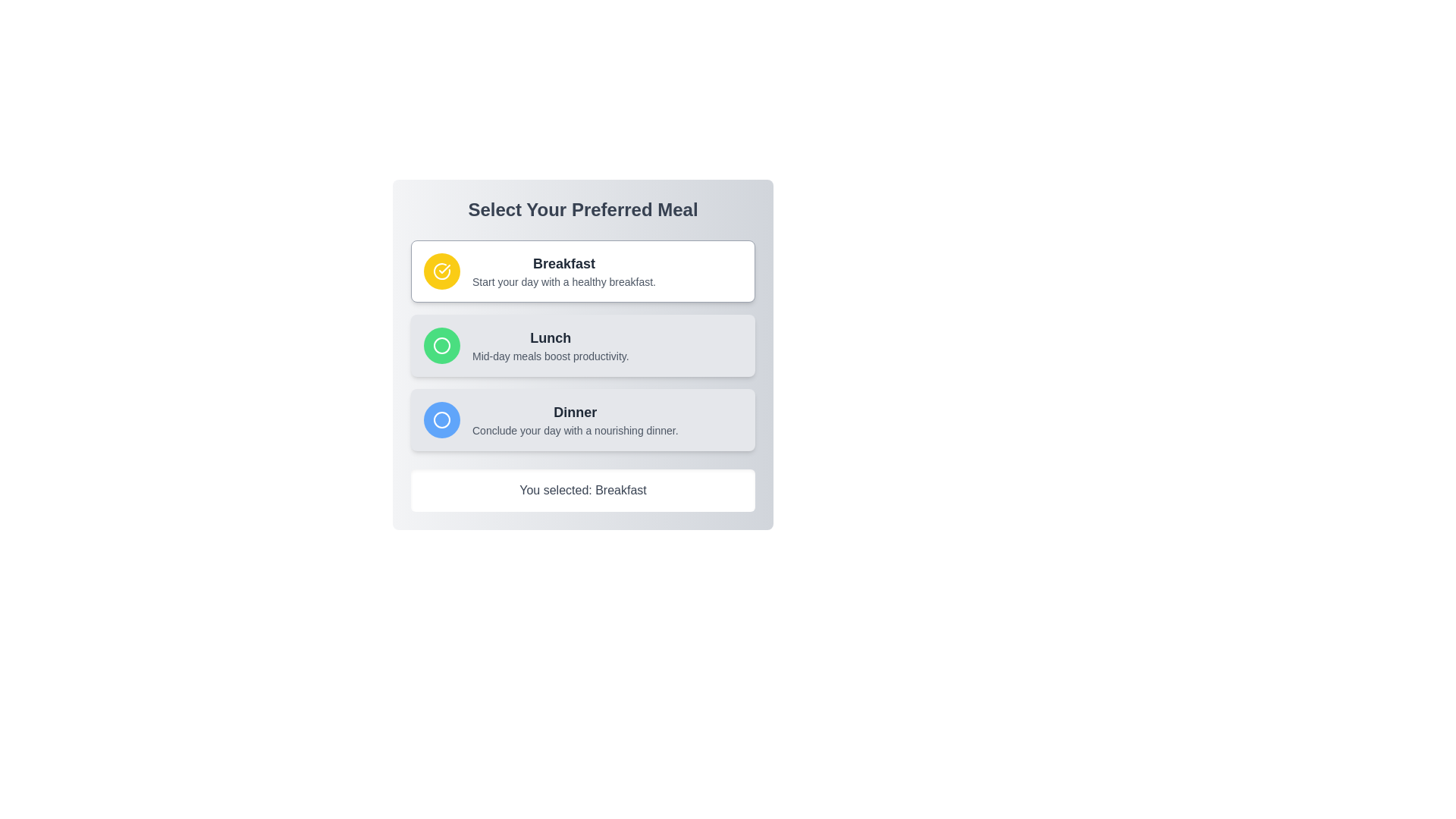  Describe the element at coordinates (582, 345) in the screenshot. I see `the selectable lunch meal option, which is the second option in a vertical list` at that location.